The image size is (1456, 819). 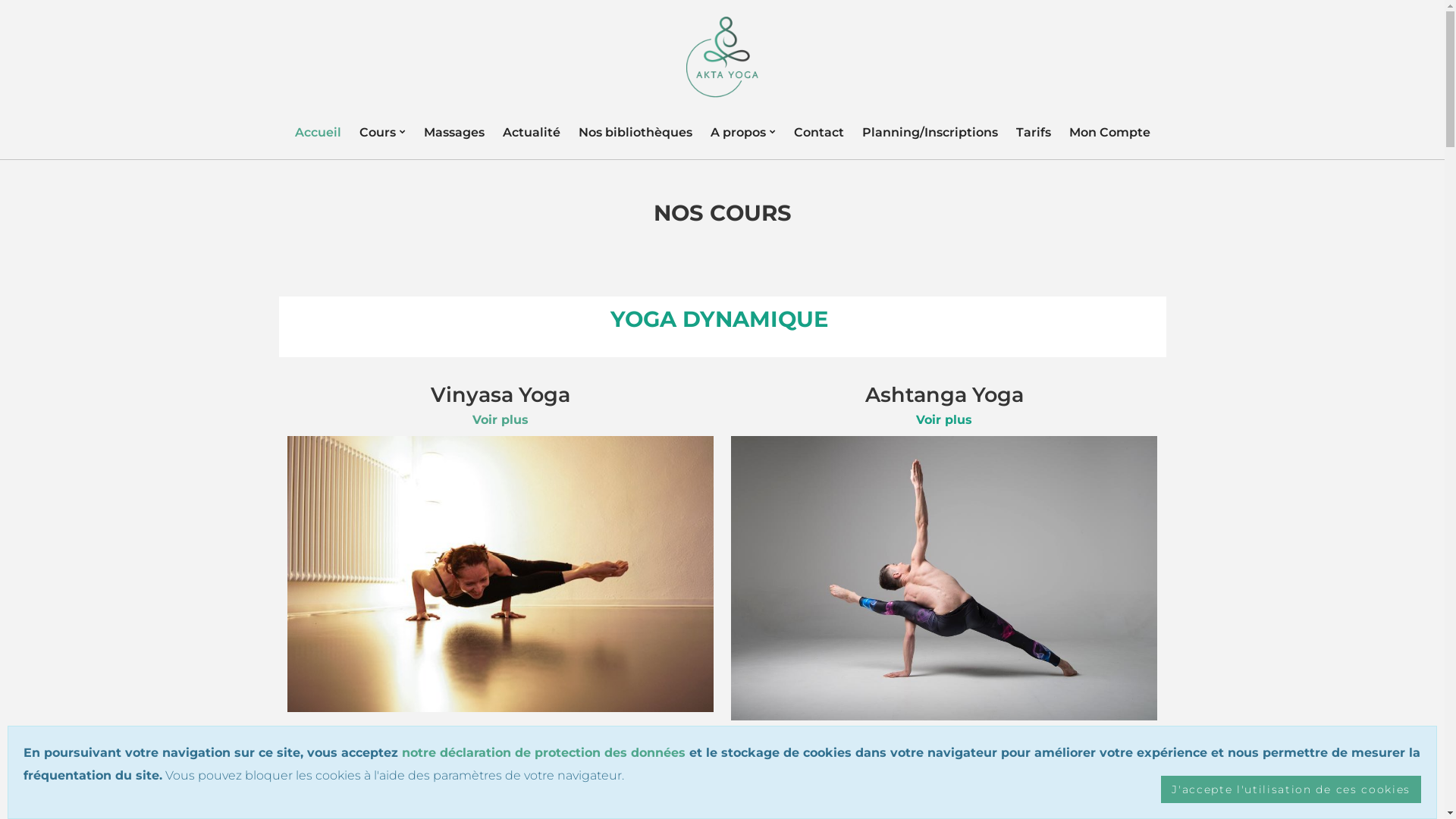 I want to click on 'Voir plus', so click(x=943, y=419).